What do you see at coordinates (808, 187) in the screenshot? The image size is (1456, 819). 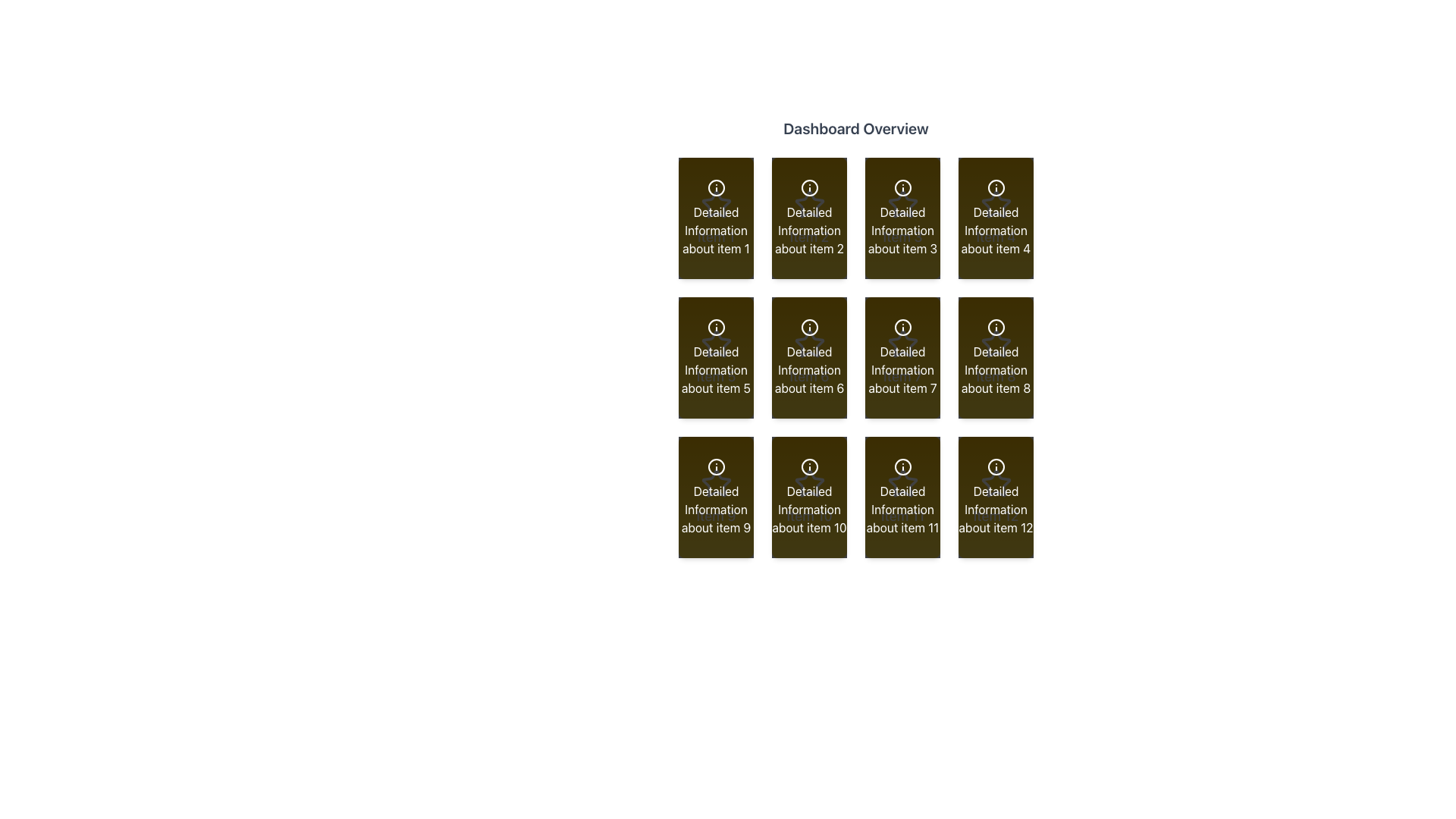 I see `the informational icon in the second tile of the first row under 'Dashboard Overview'` at bounding box center [808, 187].